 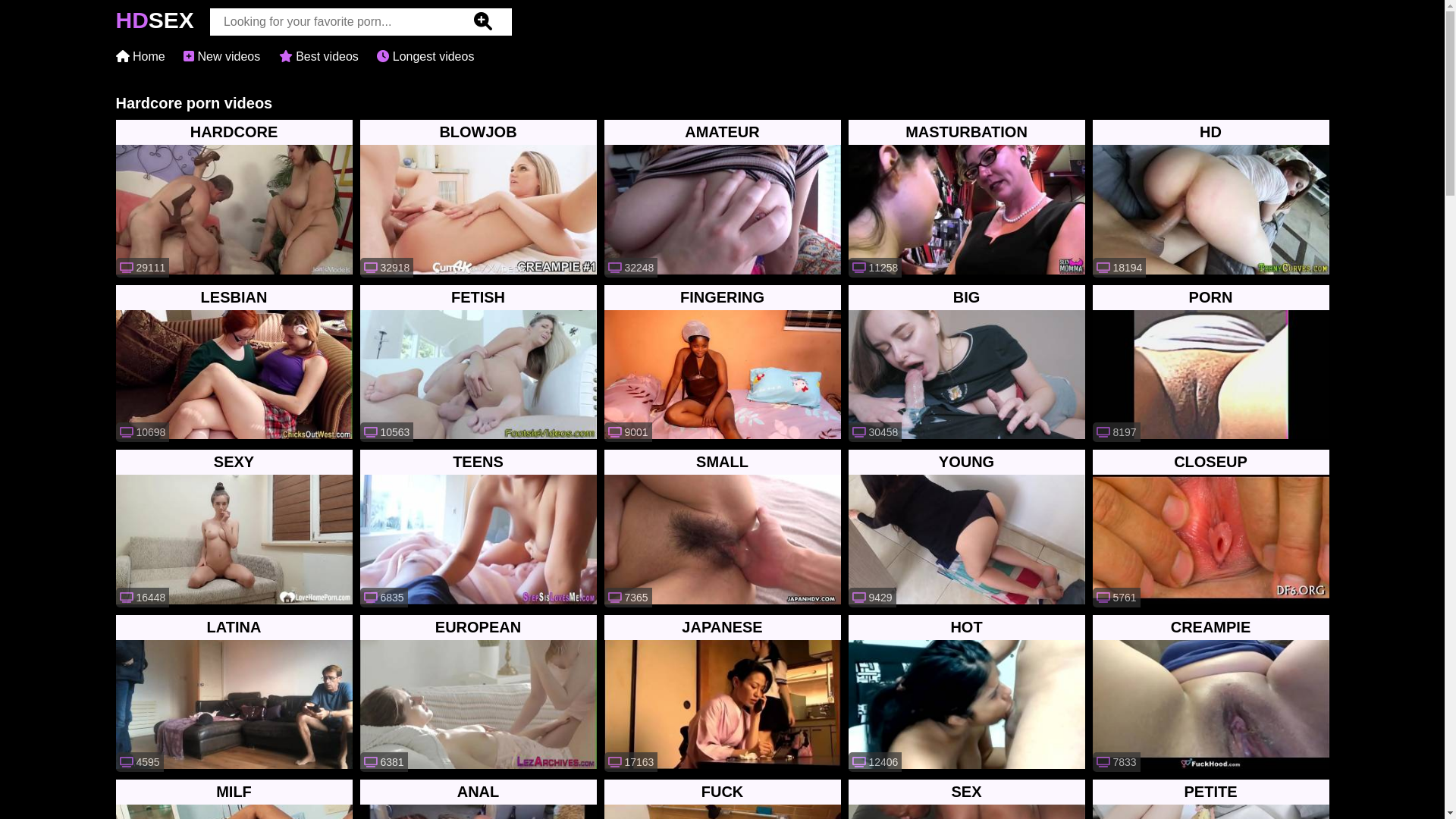 What do you see at coordinates (221, 55) in the screenshot?
I see `'New videos'` at bounding box center [221, 55].